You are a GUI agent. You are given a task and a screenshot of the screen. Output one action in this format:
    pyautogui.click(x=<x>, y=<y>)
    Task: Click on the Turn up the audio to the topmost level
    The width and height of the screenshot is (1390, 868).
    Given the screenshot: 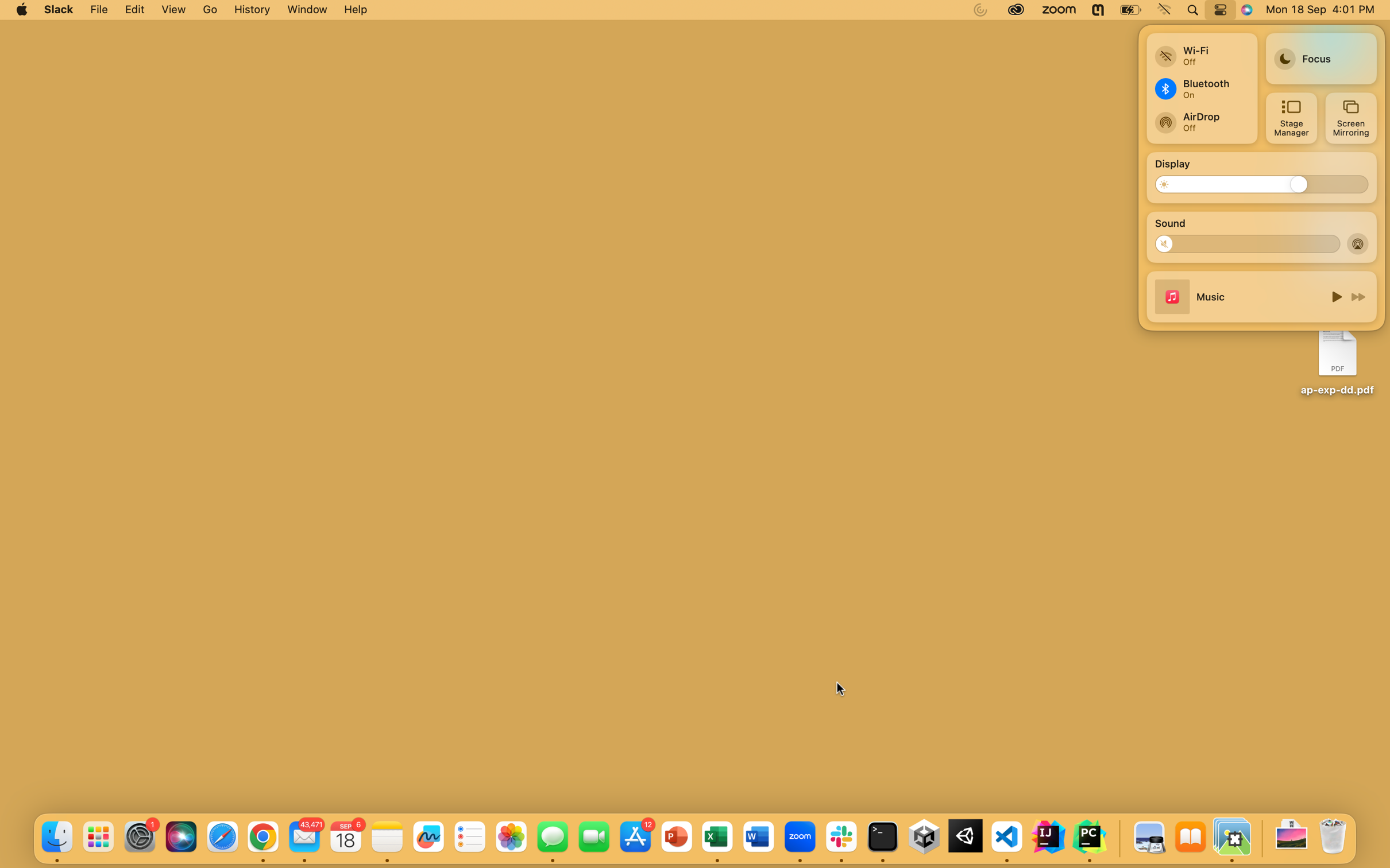 What is the action you would take?
    pyautogui.click(x=1327, y=242)
    